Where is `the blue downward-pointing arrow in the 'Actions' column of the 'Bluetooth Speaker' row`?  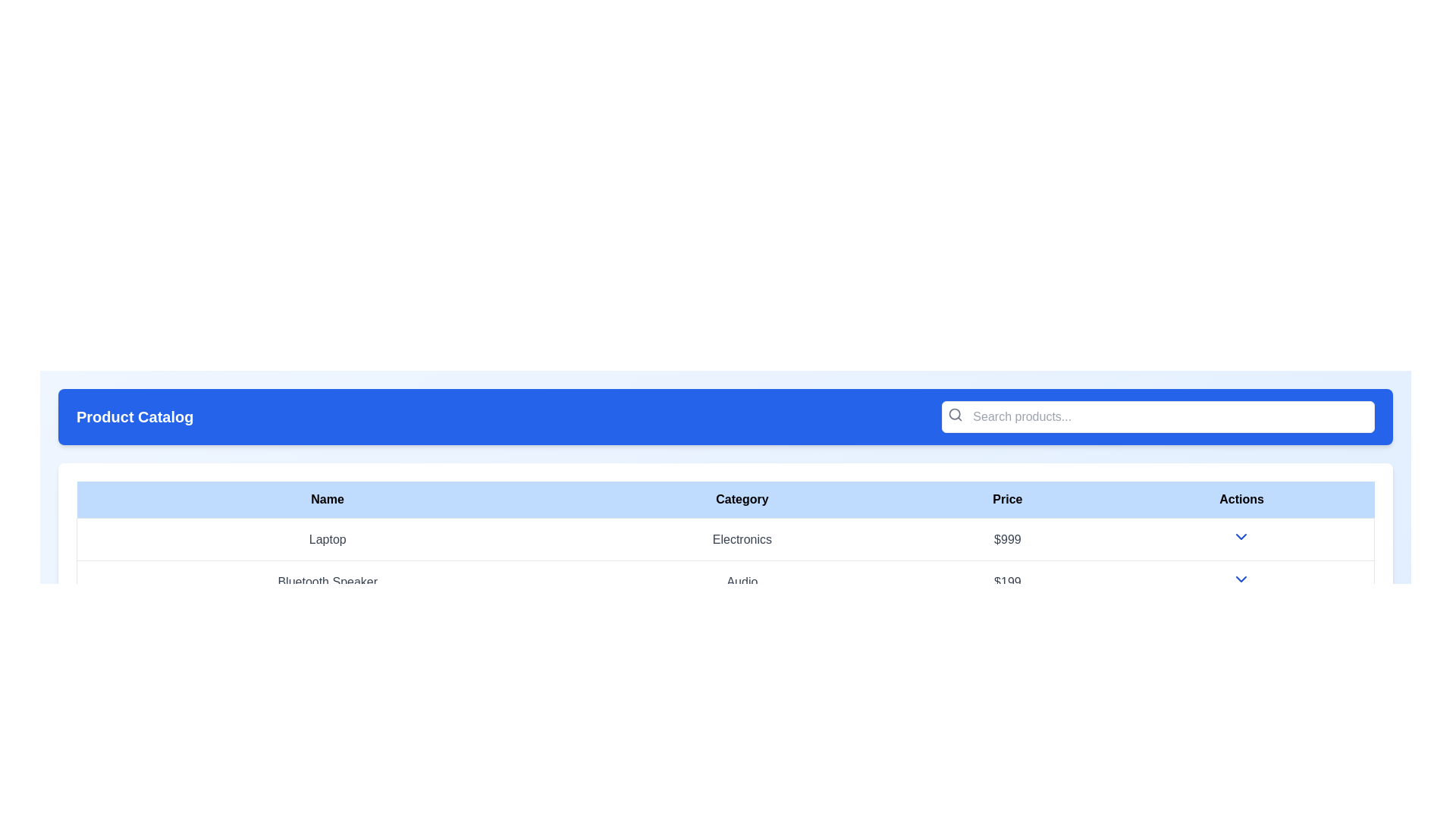 the blue downward-pointing arrow in the 'Actions' column of the 'Bluetooth Speaker' row is located at coordinates (1241, 581).